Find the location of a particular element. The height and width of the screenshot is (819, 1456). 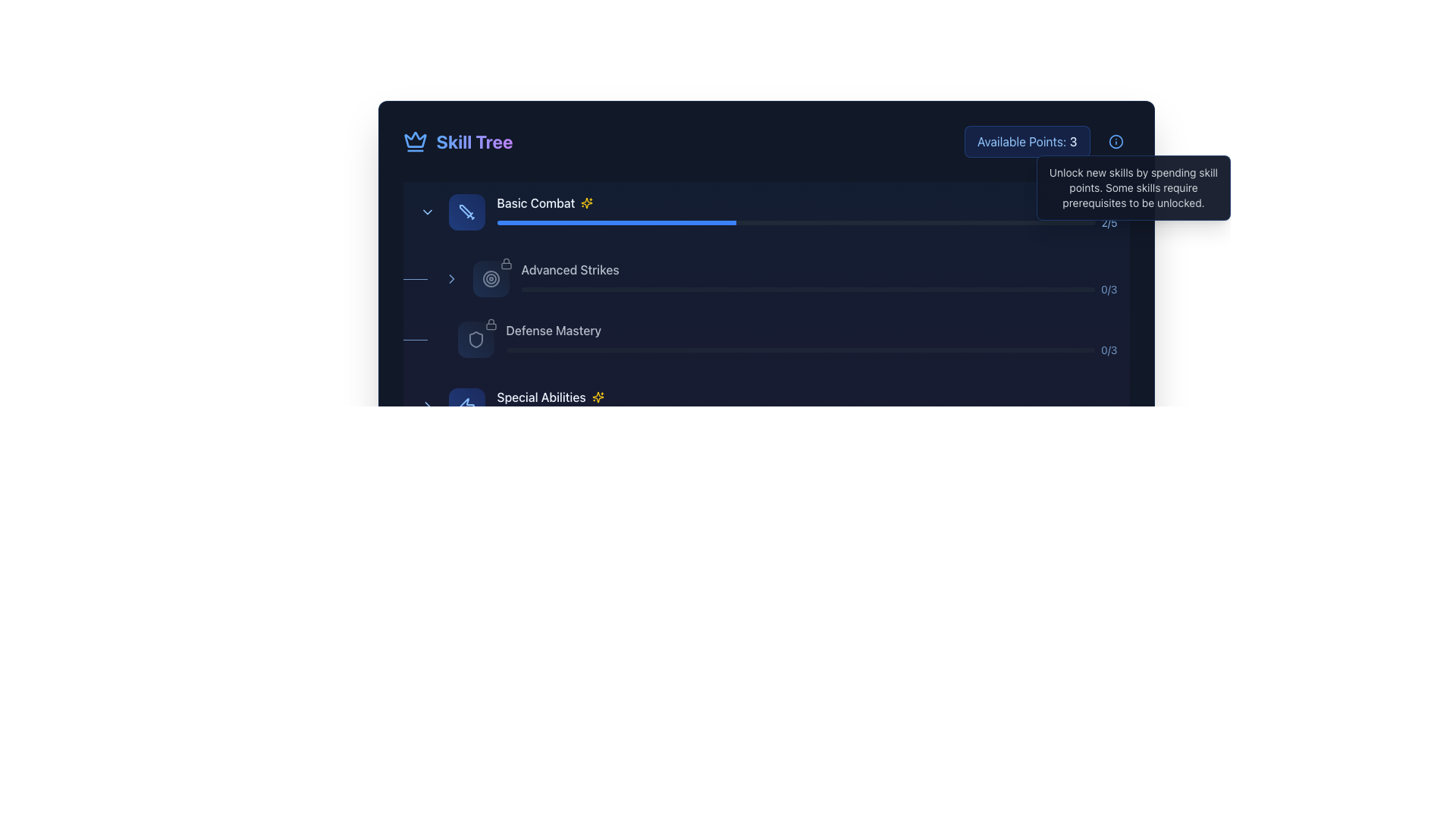

the 'Advanced Strikes' text label located in the second row under the 'Basic Combat' skill section of the skill tree layout is located at coordinates (570, 268).